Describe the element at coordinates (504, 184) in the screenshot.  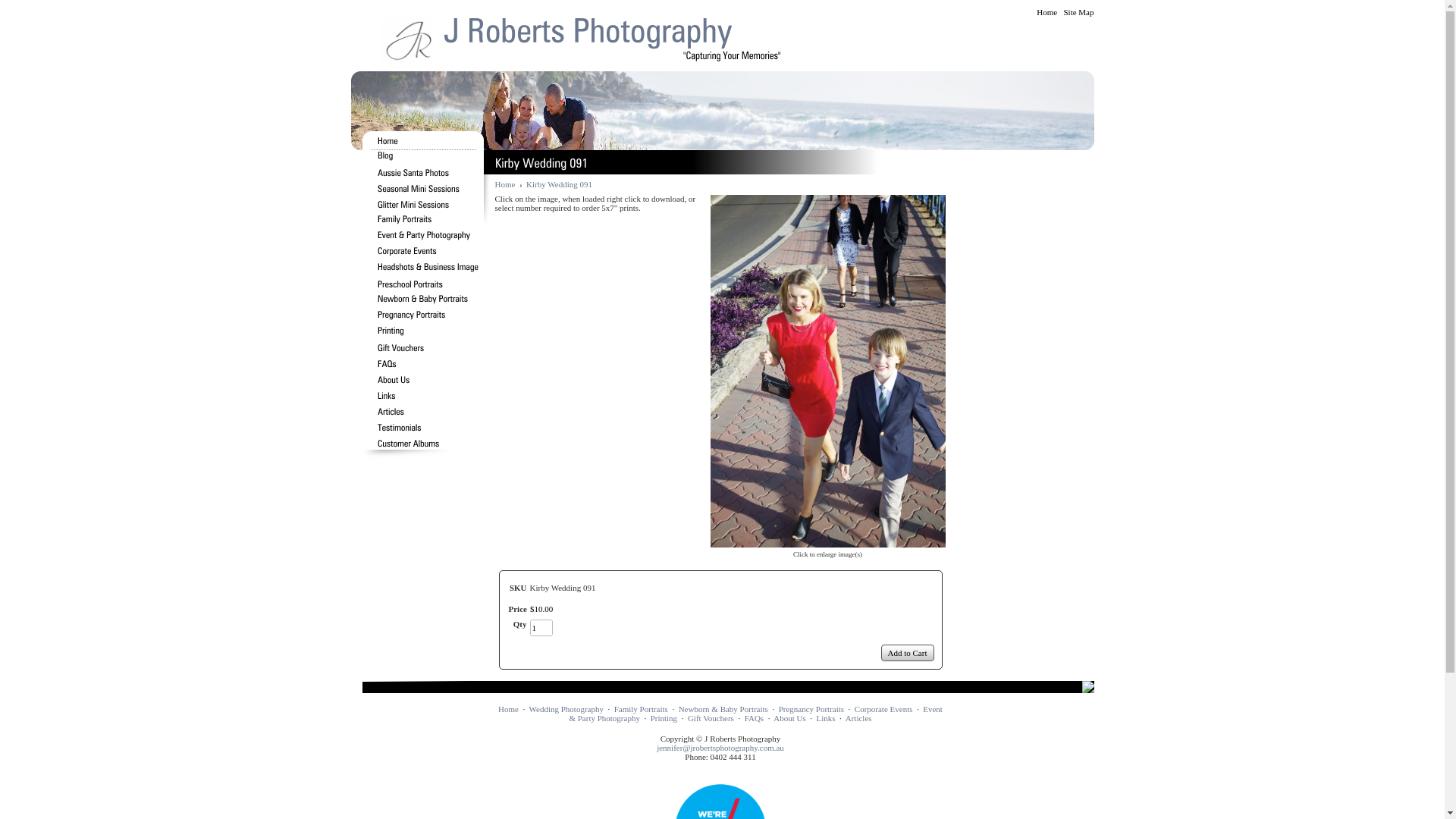
I see `'Home'` at that location.